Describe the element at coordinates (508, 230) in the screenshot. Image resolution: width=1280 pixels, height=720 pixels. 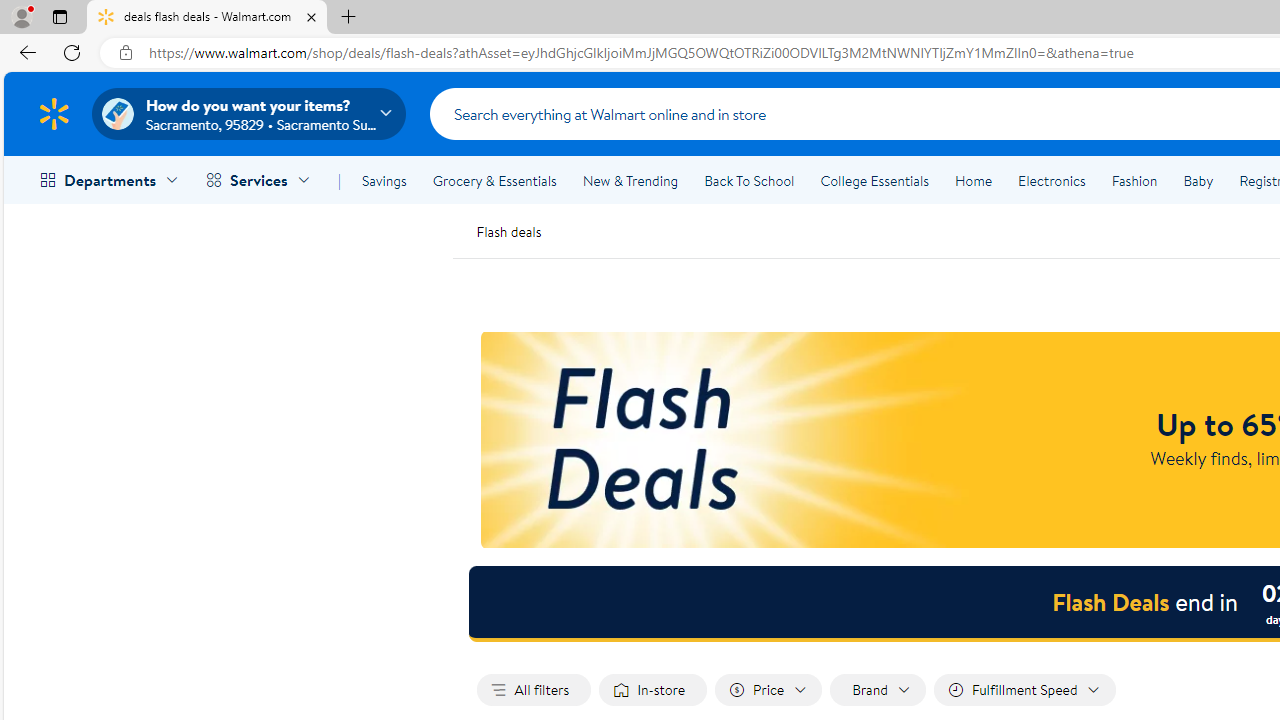
I see `'Flash deals'` at that location.